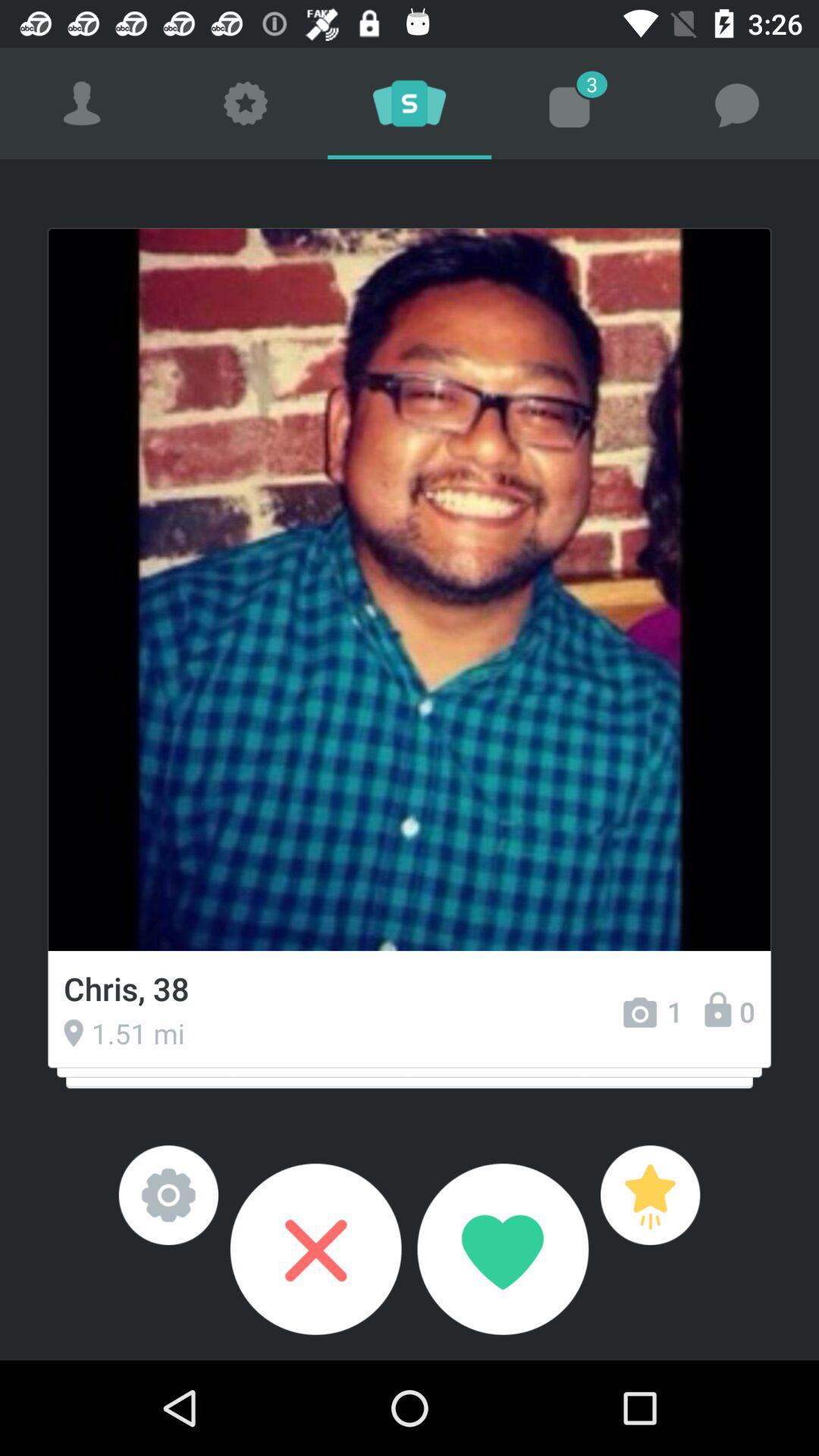 The width and height of the screenshot is (819, 1456). Describe the element at coordinates (168, 1194) in the screenshot. I see `the settings icon` at that location.